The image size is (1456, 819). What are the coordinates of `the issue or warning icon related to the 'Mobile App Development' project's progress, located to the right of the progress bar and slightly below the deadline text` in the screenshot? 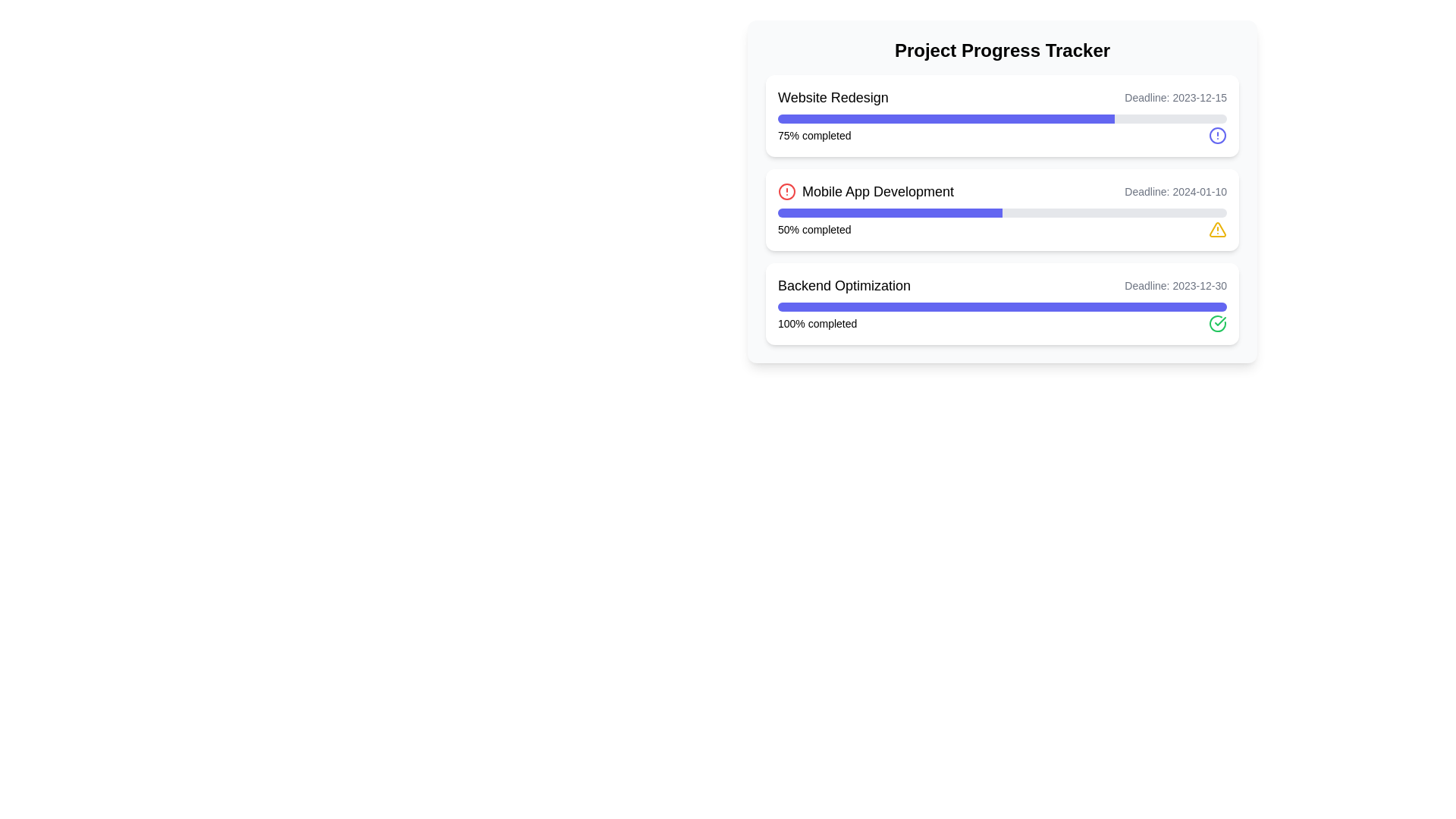 It's located at (1218, 229).